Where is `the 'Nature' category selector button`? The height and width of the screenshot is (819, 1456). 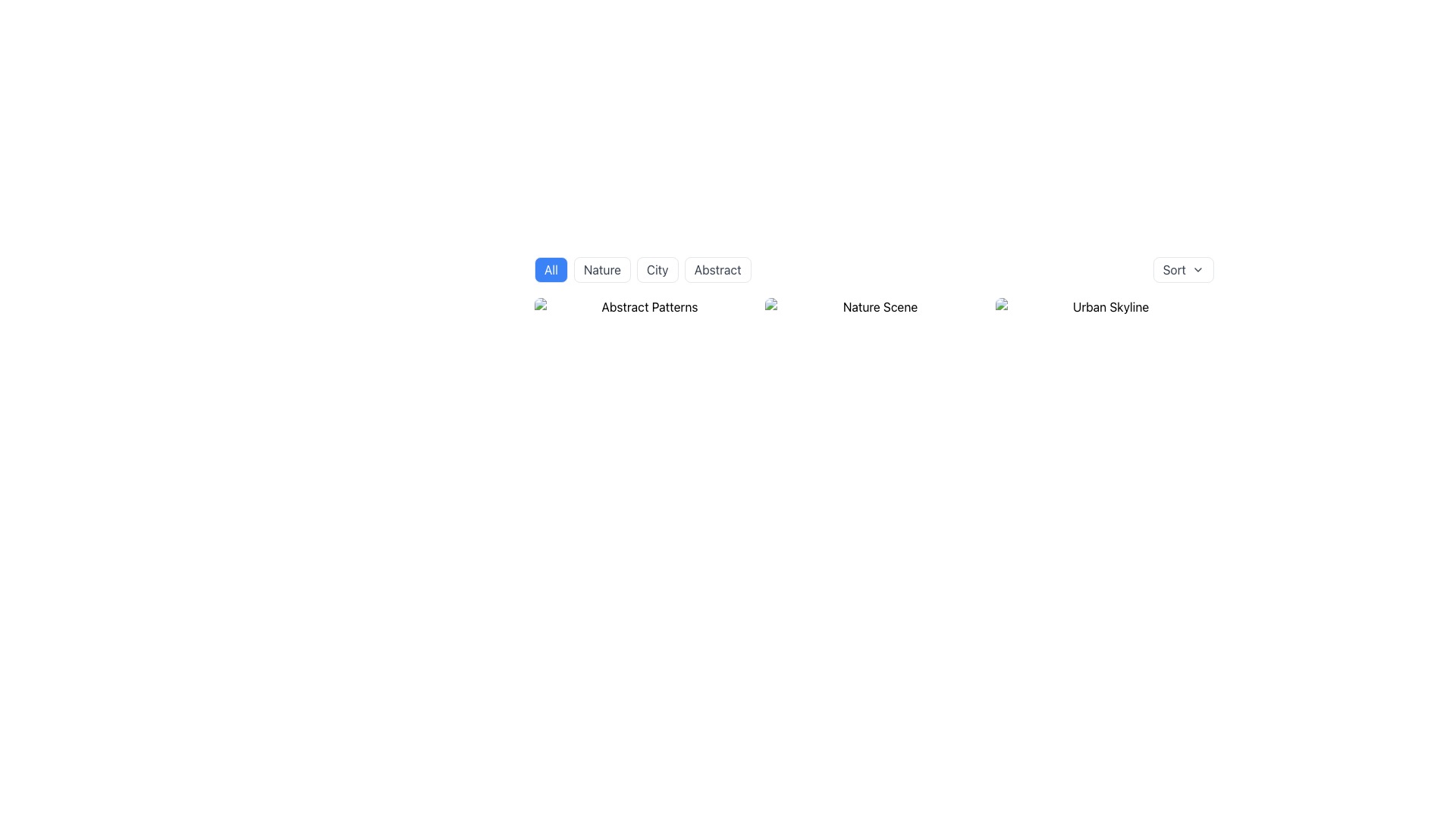 the 'Nature' category selector button is located at coordinates (601, 268).